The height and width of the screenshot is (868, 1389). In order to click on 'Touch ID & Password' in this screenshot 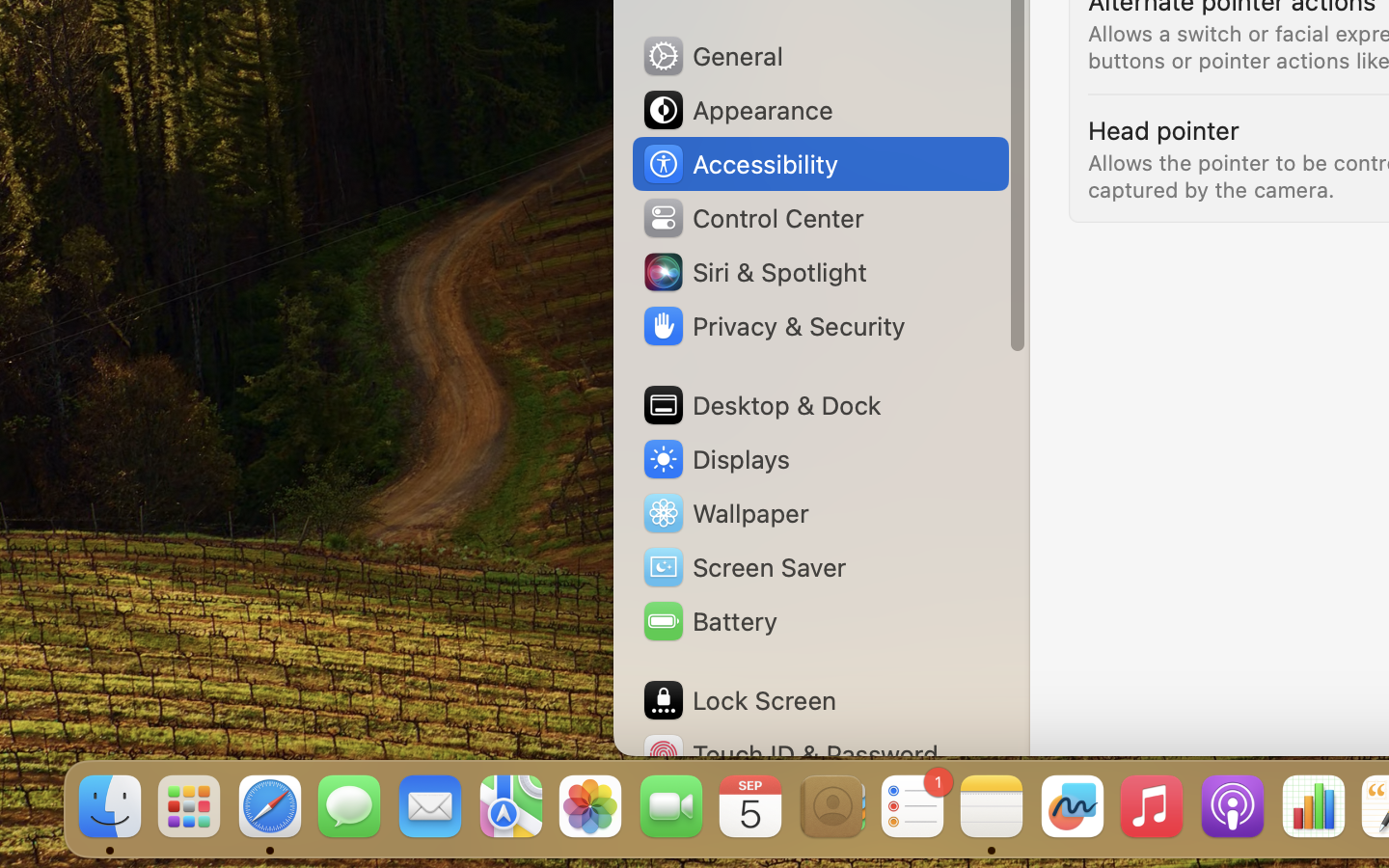, I will do `click(790, 753)`.